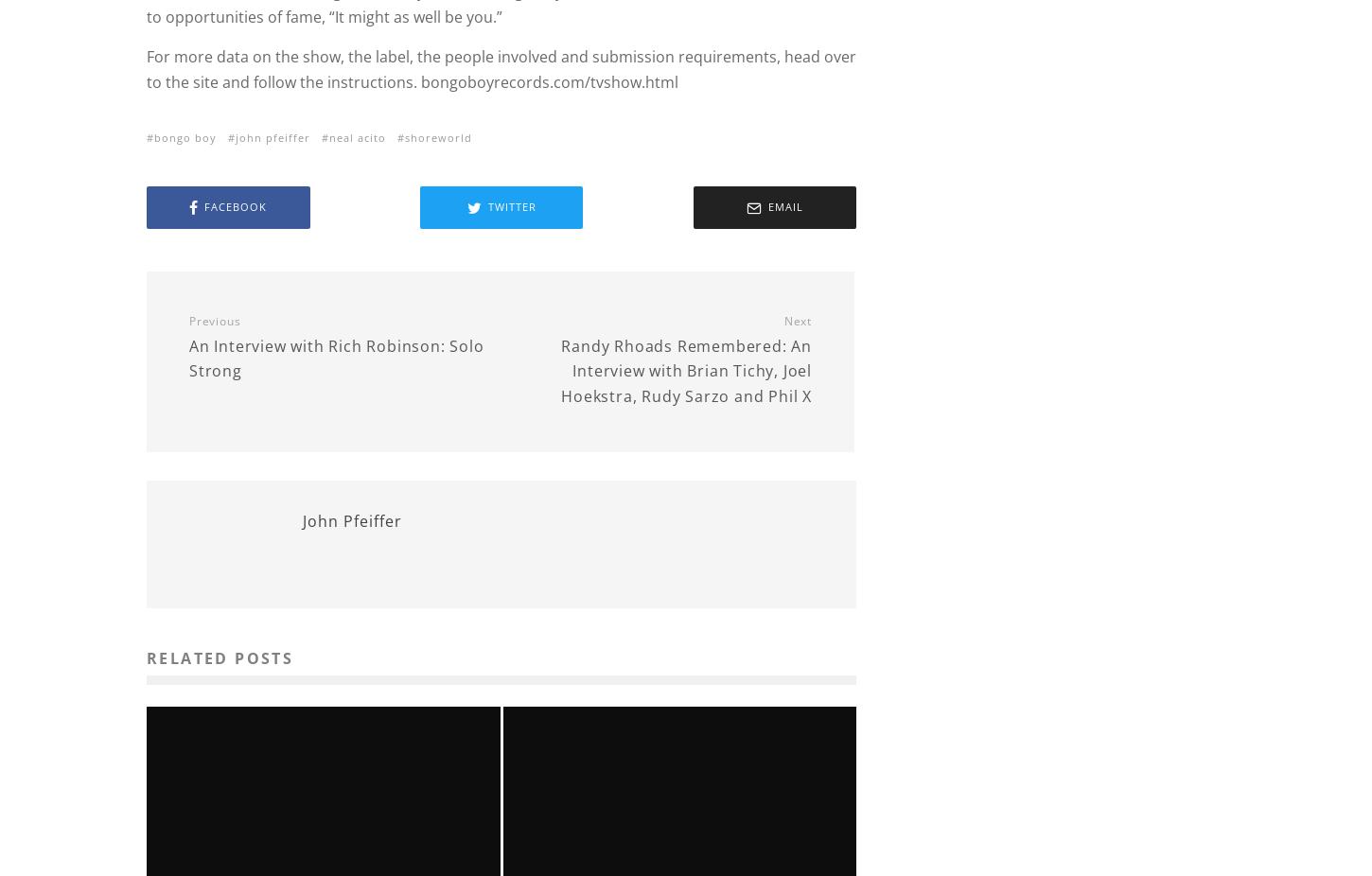 This screenshot has width=1372, height=876. What do you see at coordinates (798, 321) in the screenshot?
I see `'Next'` at bounding box center [798, 321].